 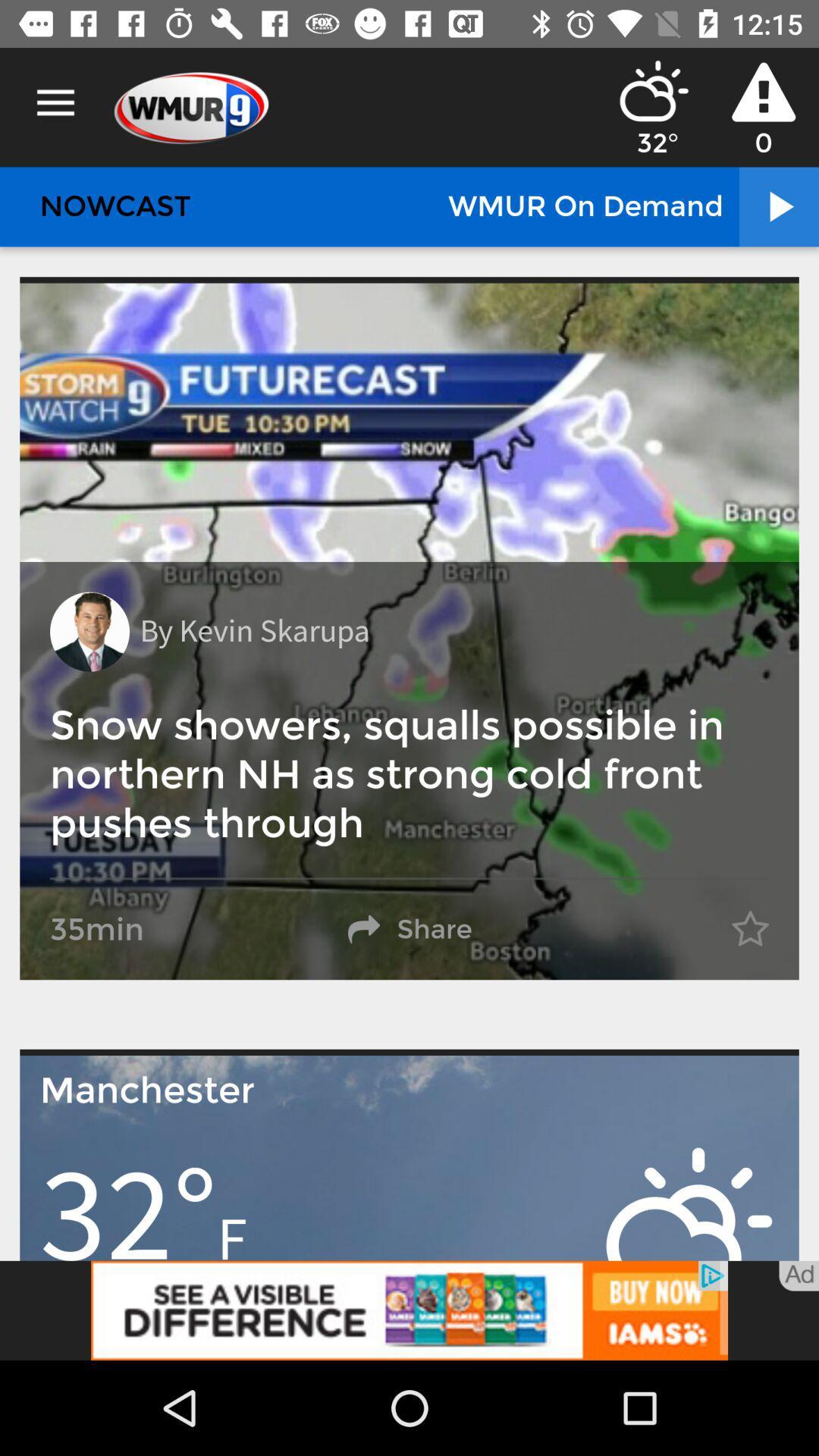 What do you see at coordinates (409, 1310) in the screenshot?
I see `games` at bounding box center [409, 1310].